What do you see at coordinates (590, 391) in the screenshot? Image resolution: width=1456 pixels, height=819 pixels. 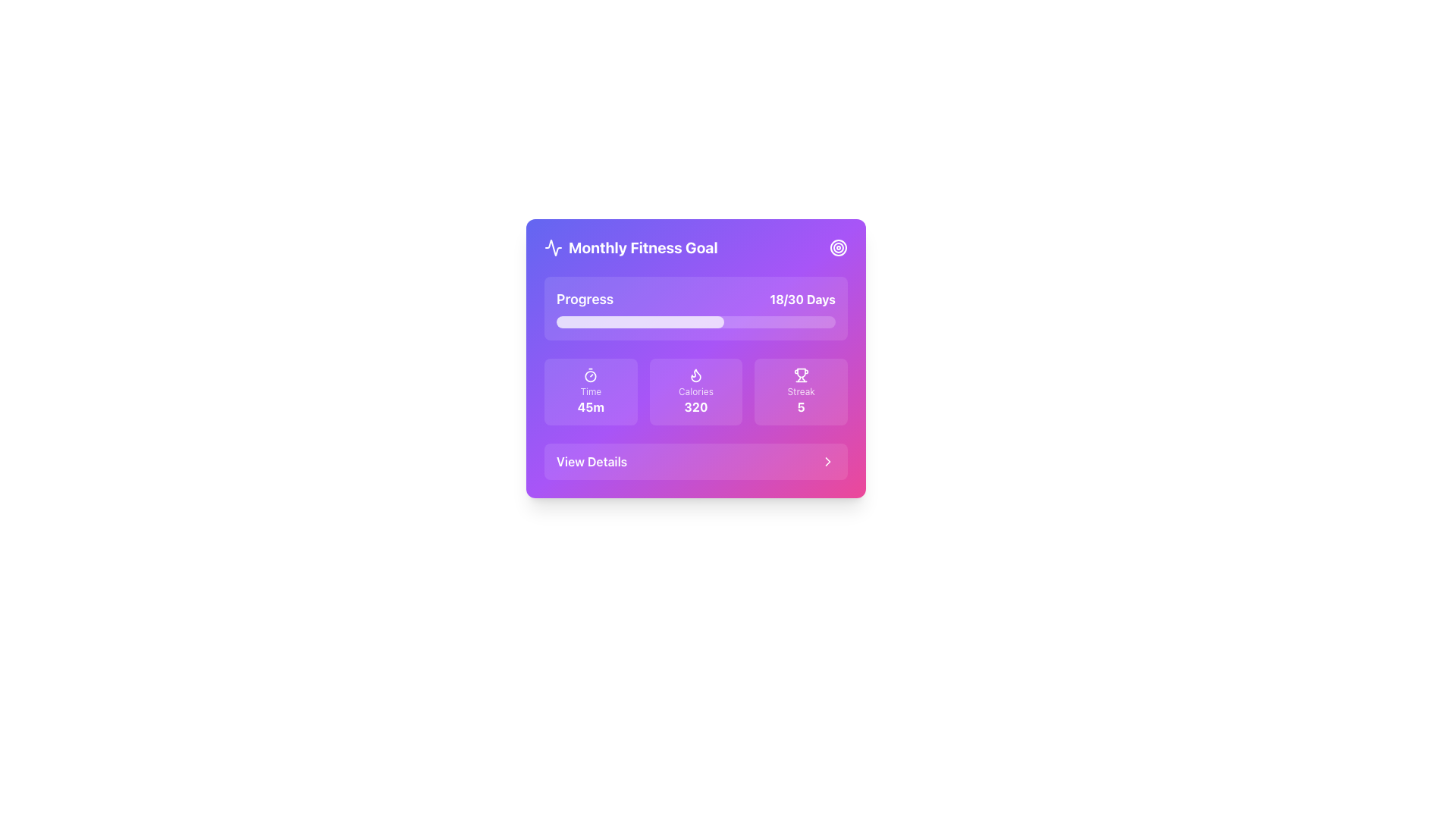 I see `the informational card with a light purple background that contains a clock icon, the label 'Time', and the bold text '45m', located in the first column of the Monthly Fitness Goal section` at bounding box center [590, 391].